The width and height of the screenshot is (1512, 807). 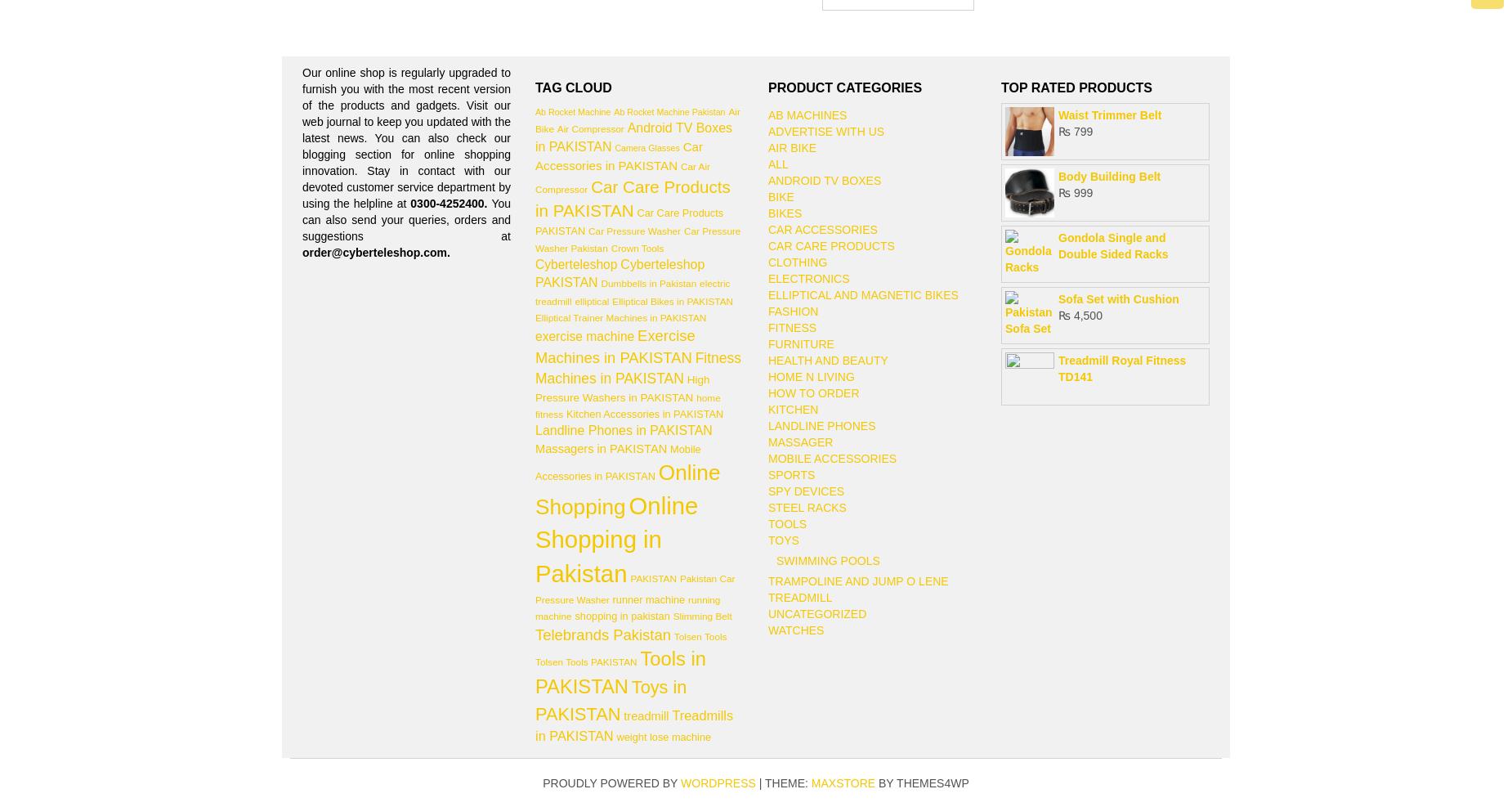 What do you see at coordinates (767, 197) in the screenshot?
I see `'Bike'` at bounding box center [767, 197].